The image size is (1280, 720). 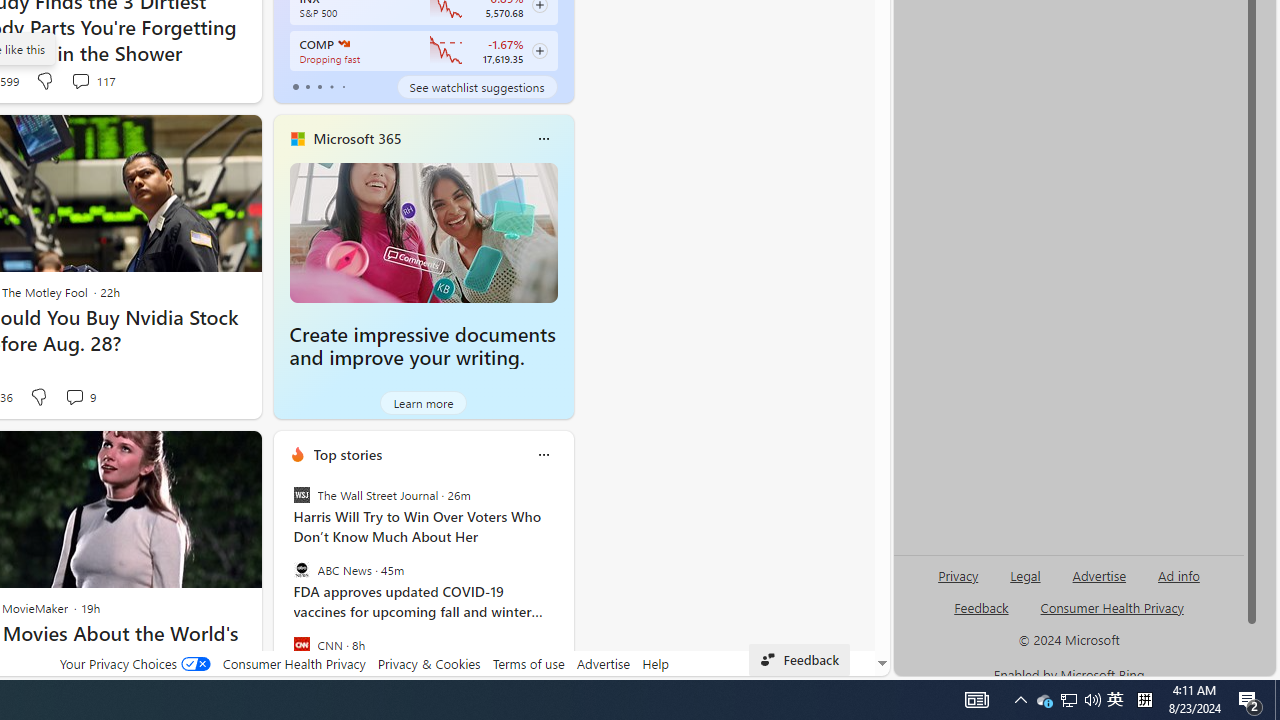 What do you see at coordinates (74, 397) in the screenshot?
I see `'View comments 9 Comment'` at bounding box center [74, 397].